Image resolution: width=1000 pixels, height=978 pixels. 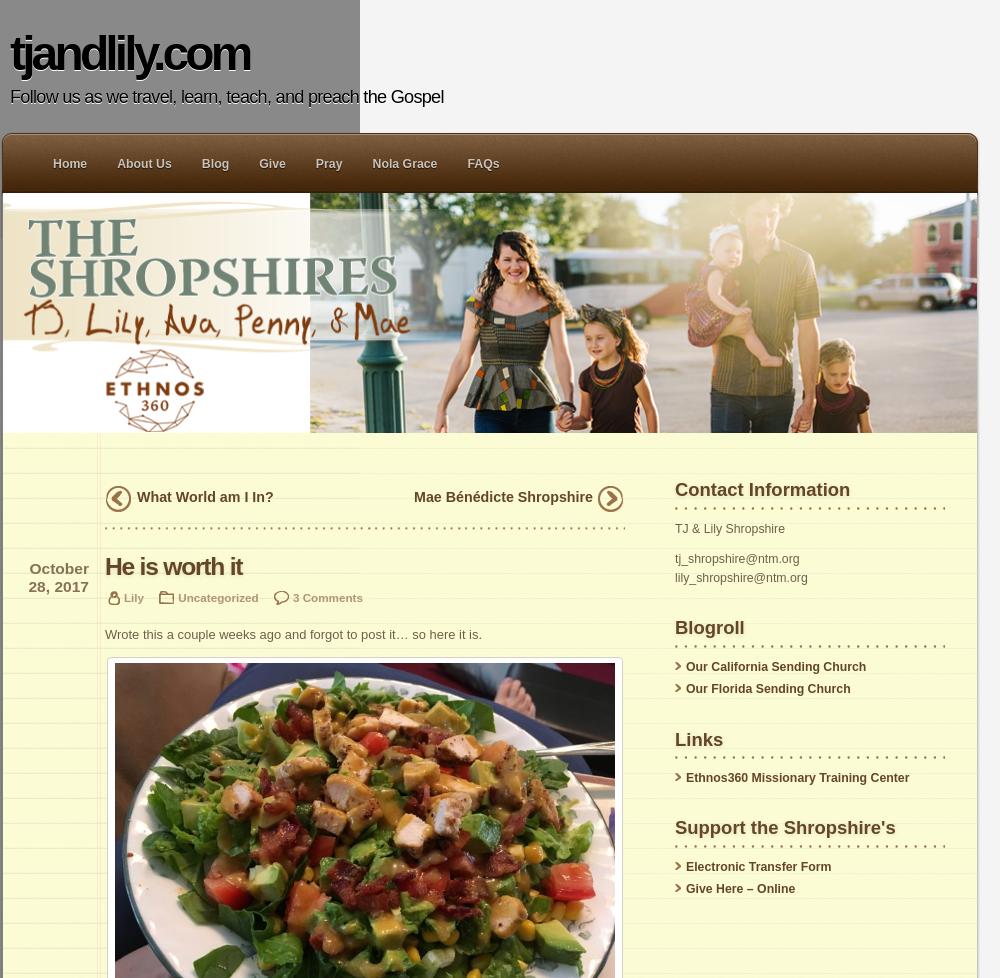 What do you see at coordinates (259, 164) in the screenshot?
I see `'Give'` at bounding box center [259, 164].